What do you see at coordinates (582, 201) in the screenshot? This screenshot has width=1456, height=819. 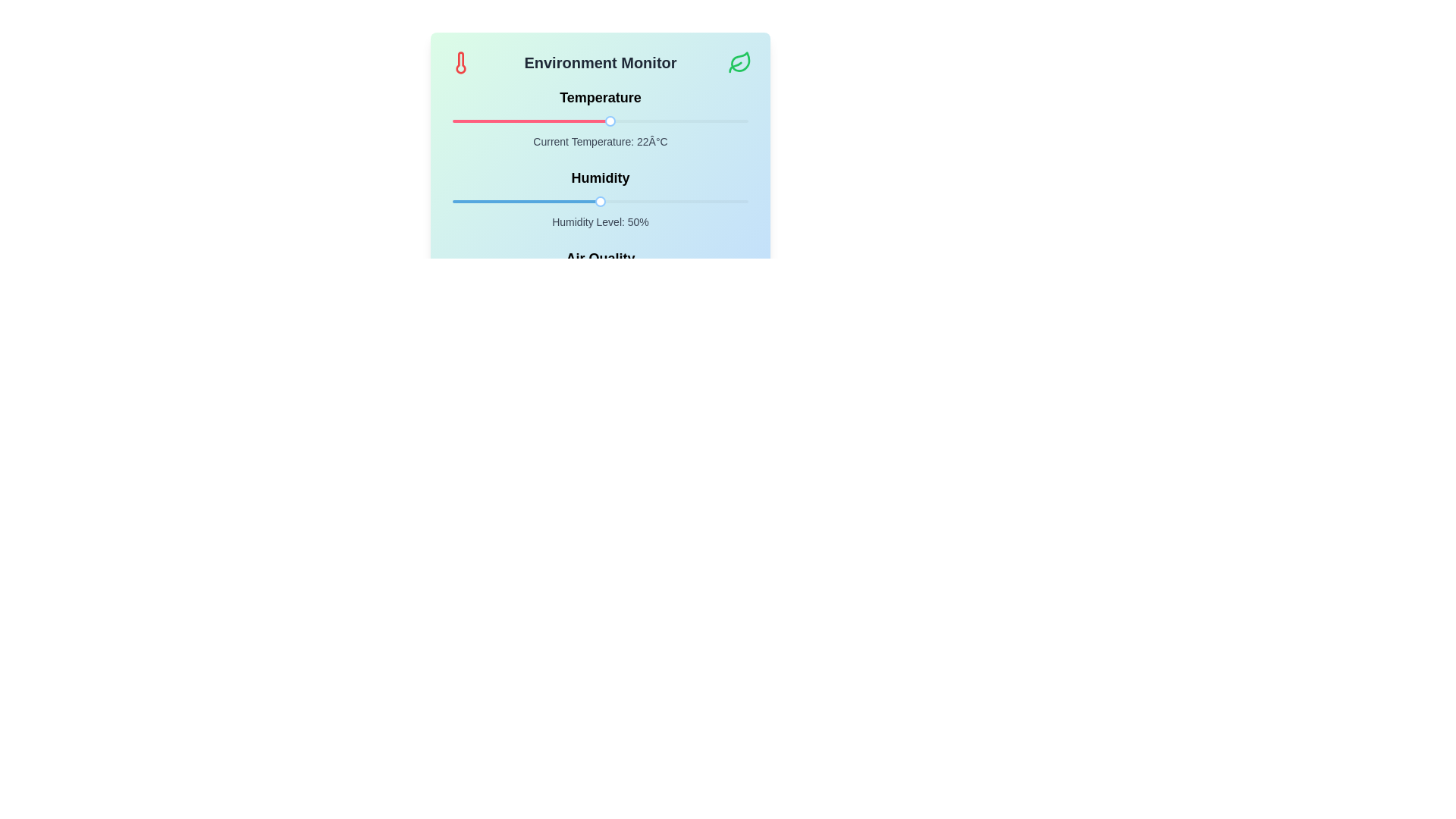 I see `humidity` at bounding box center [582, 201].